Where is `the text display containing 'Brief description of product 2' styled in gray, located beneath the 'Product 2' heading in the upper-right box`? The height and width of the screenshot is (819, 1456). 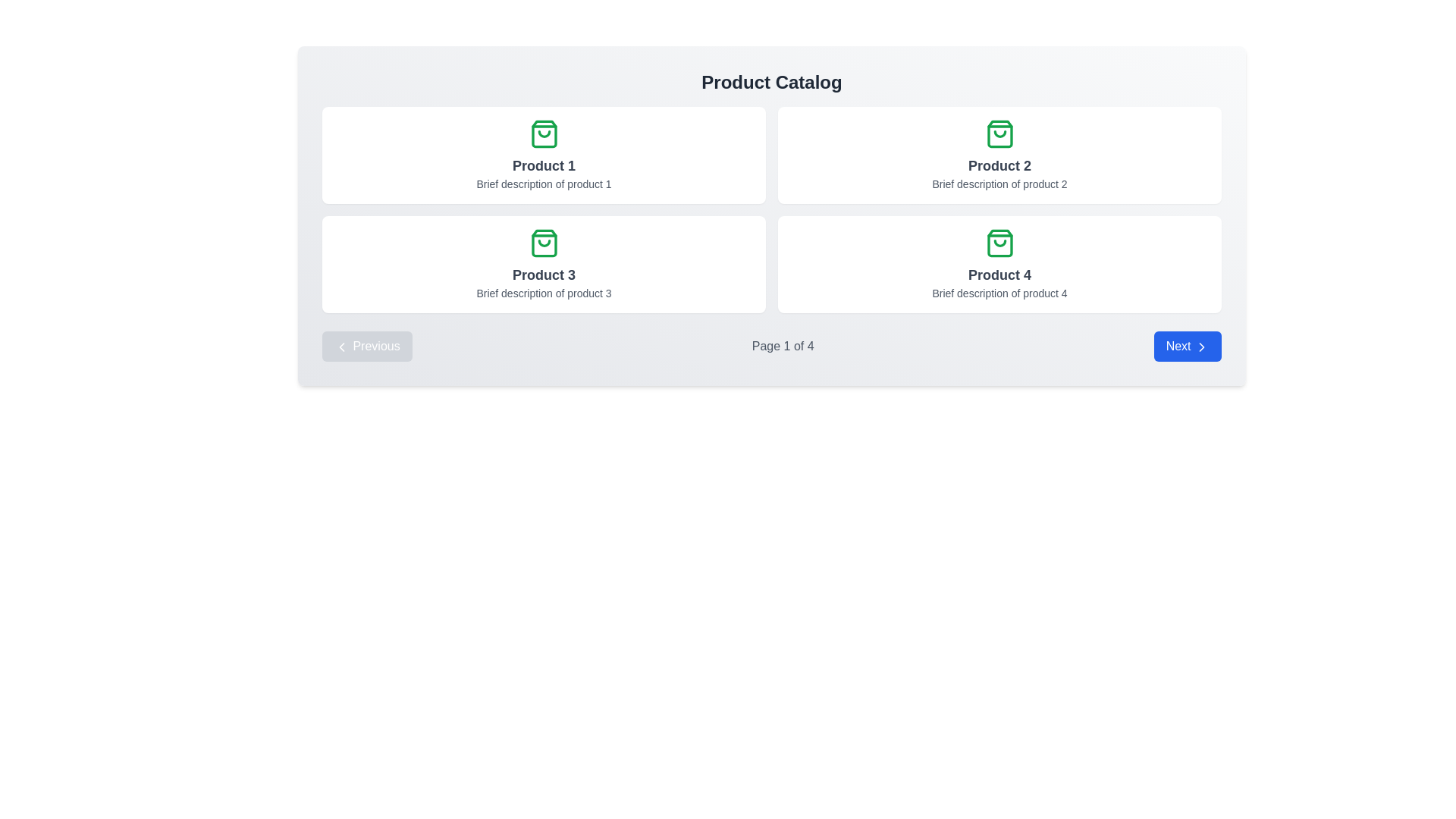 the text display containing 'Brief description of product 2' styled in gray, located beneath the 'Product 2' heading in the upper-right box is located at coordinates (999, 184).